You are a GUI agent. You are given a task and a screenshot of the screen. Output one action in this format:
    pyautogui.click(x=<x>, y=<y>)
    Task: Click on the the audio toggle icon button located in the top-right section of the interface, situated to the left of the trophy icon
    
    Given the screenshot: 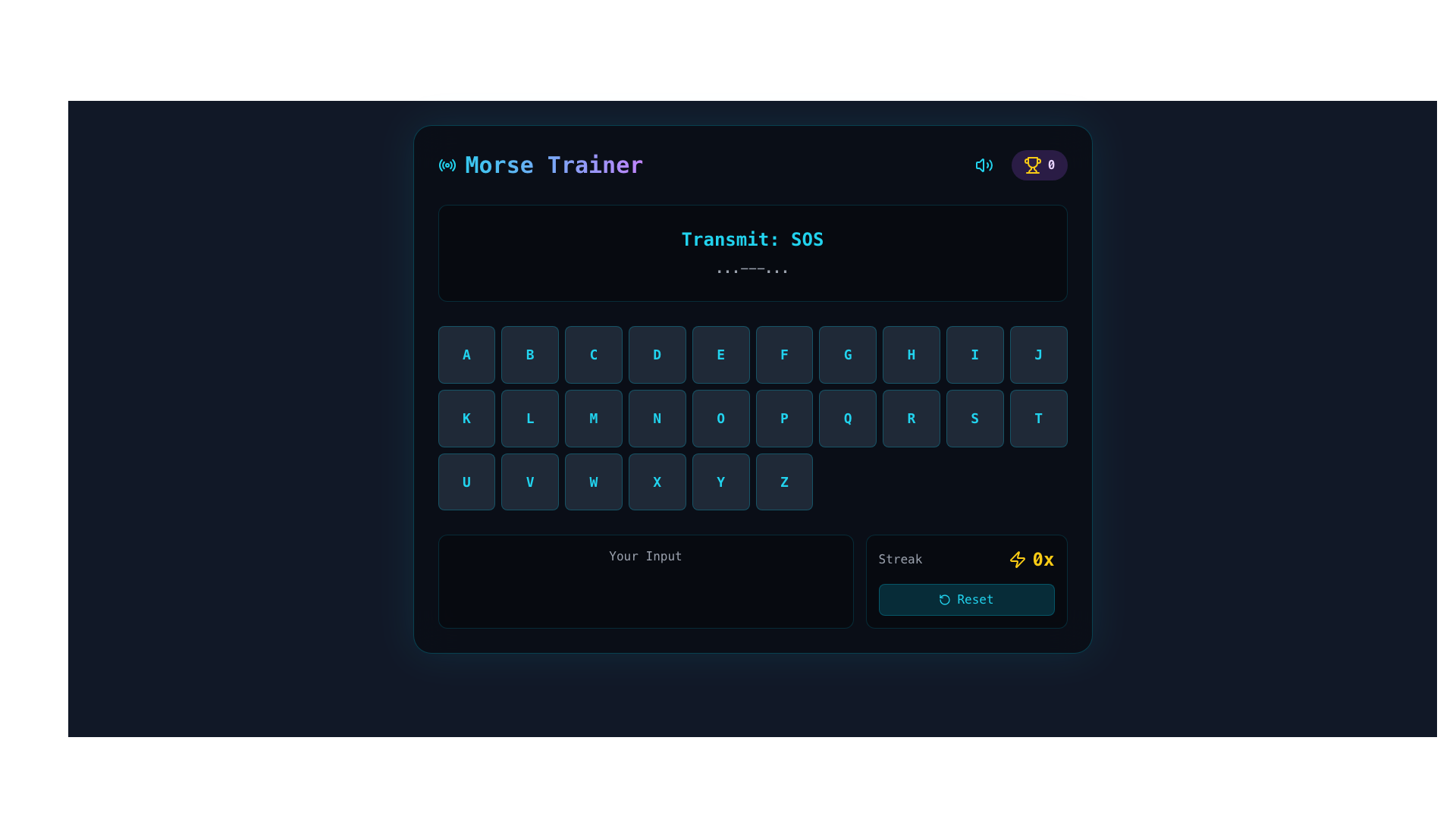 What is the action you would take?
    pyautogui.click(x=984, y=165)
    